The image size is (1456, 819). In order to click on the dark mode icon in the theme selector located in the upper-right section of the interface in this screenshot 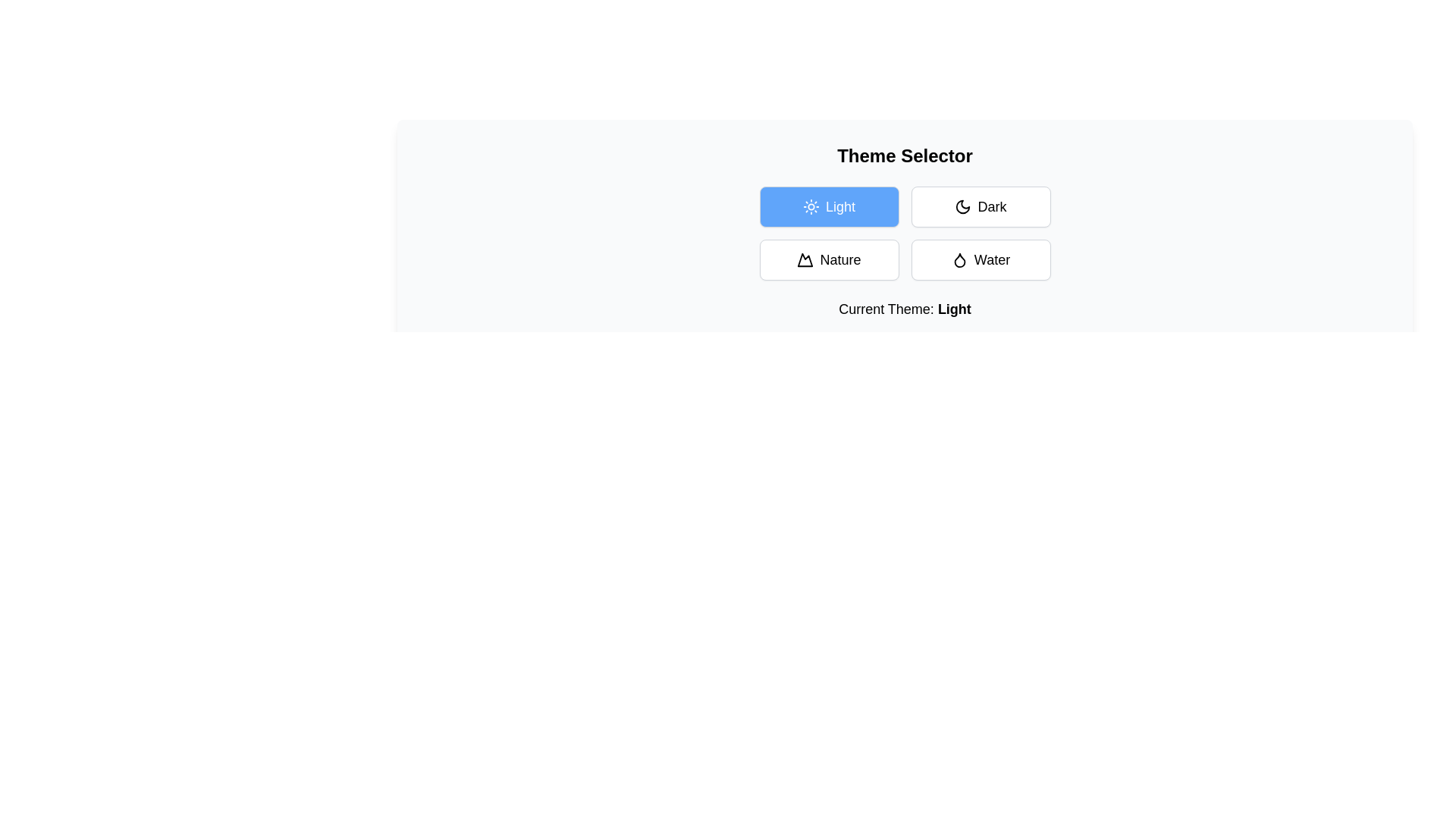, I will do `click(962, 207)`.